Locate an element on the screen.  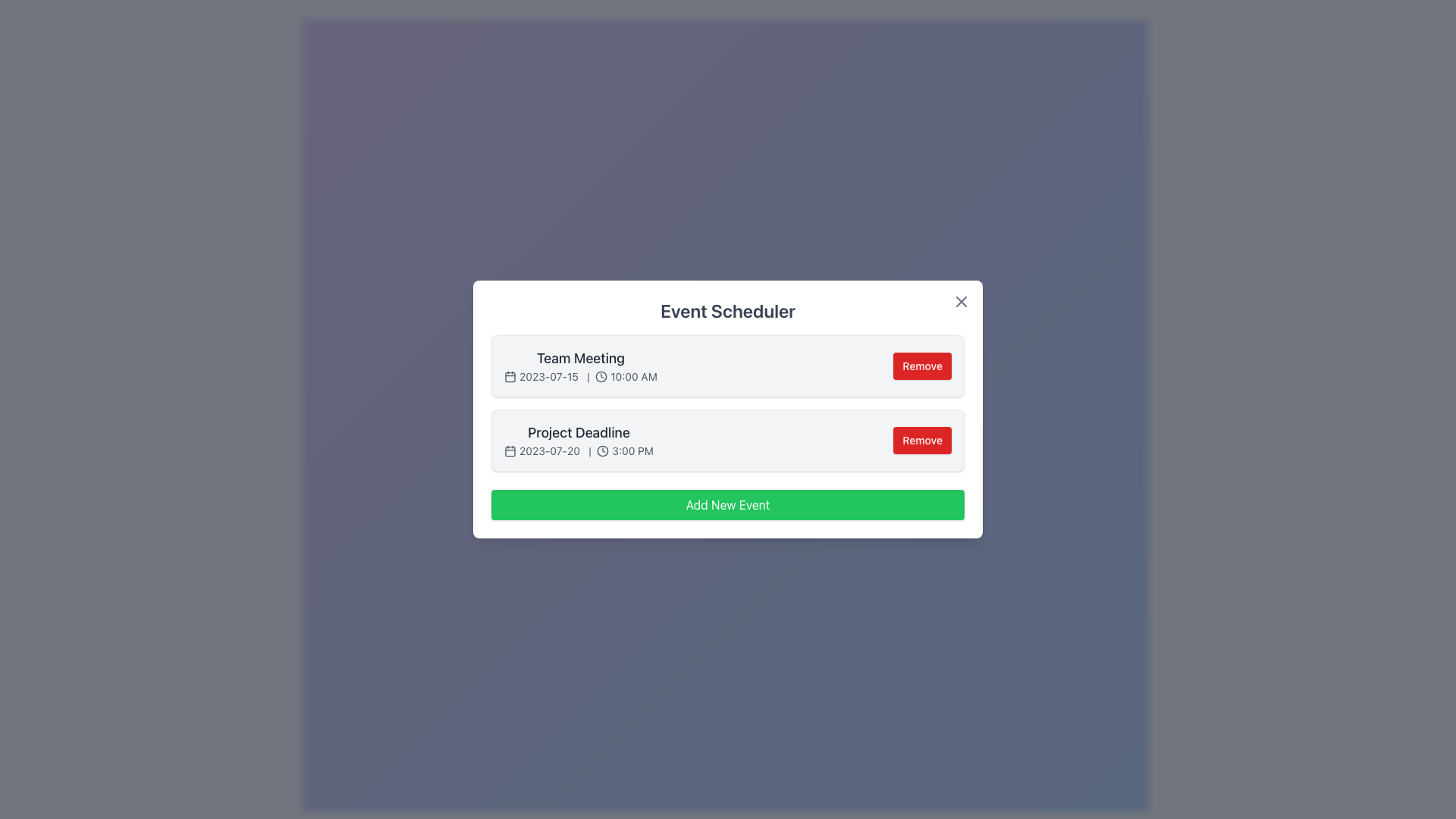
the small circular button with an 'X' symbol located at the top right corner of the modal window to change its color to red is located at coordinates (960, 301).